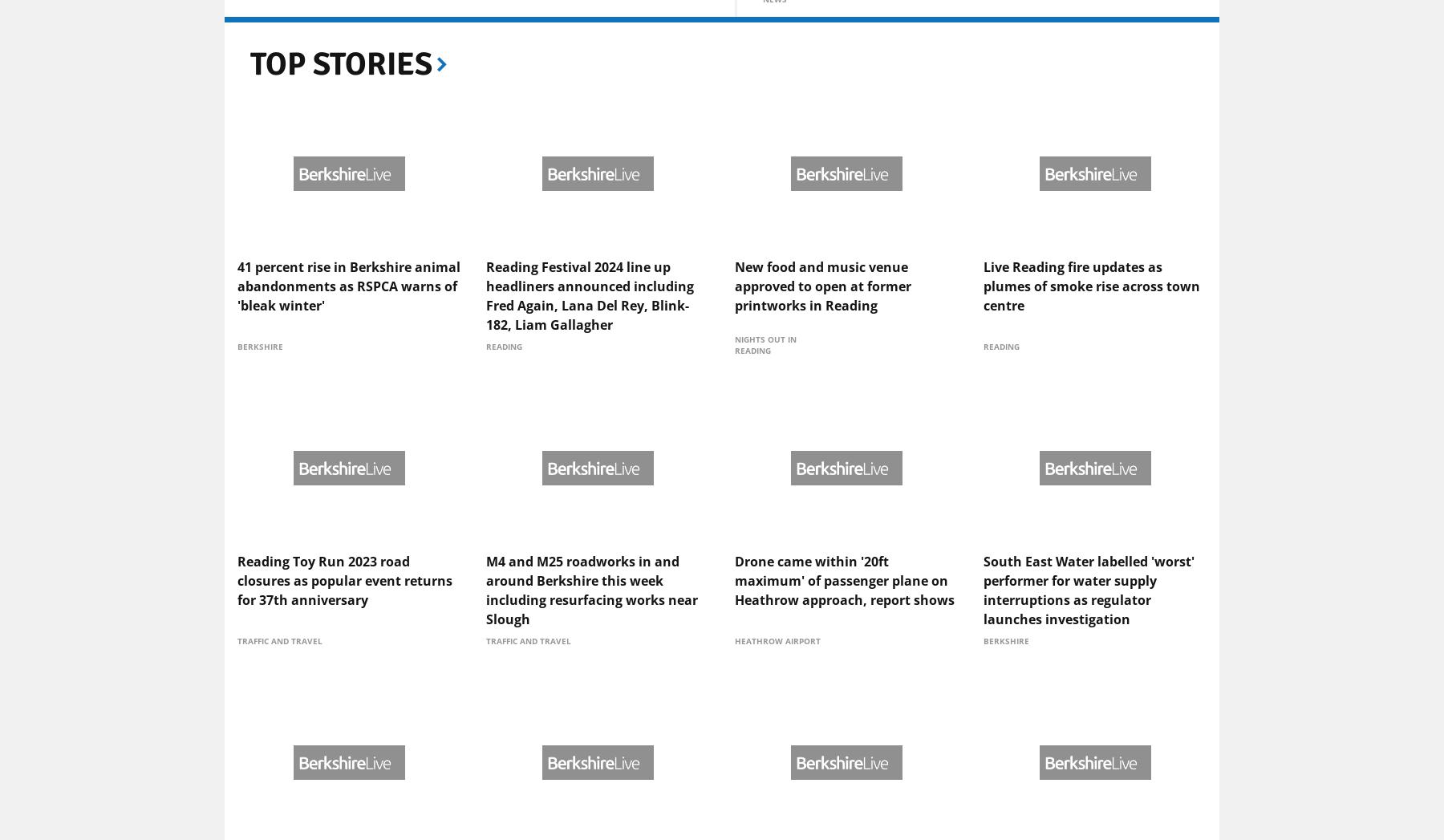 Image resolution: width=1444 pixels, height=840 pixels. I want to click on 'Live Reading fire updates as plumes of smoke rise across town centre', so click(1090, 412).